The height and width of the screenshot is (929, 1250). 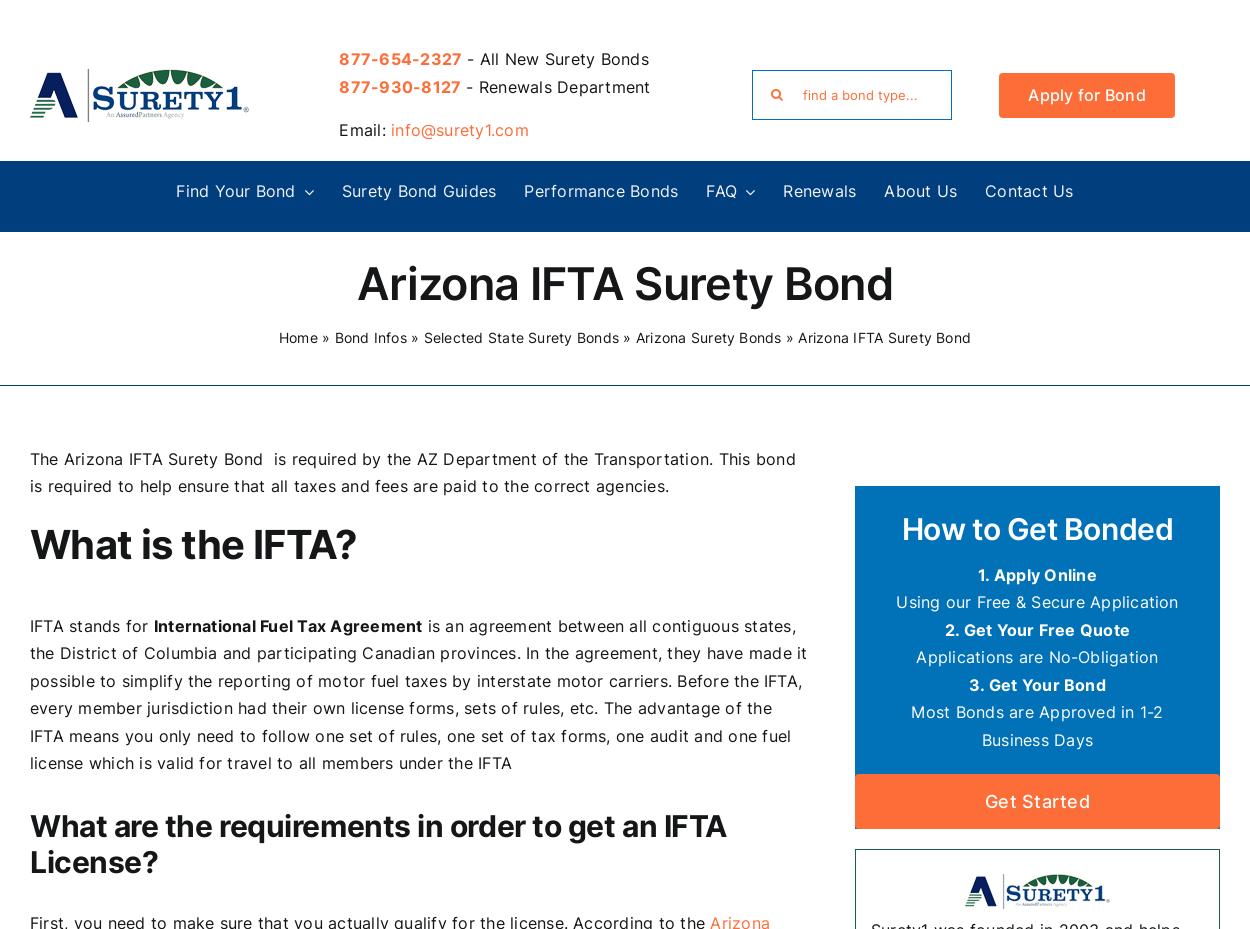 What do you see at coordinates (125, 719) in the screenshot?
I see `'Oregon Surety Bonds'` at bounding box center [125, 719].